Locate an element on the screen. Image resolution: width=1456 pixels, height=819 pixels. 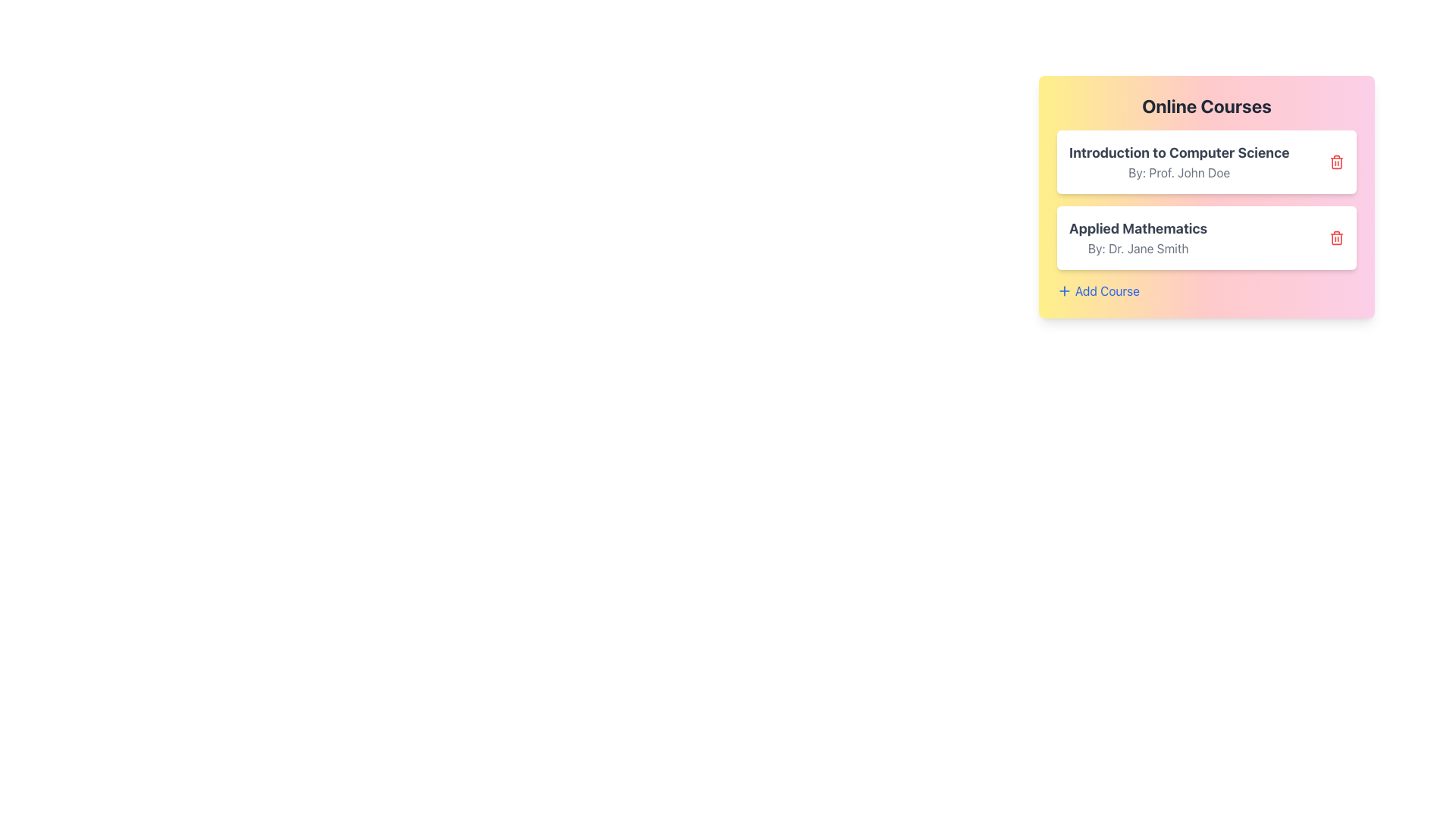
the static text 'By: Dr. Jane Smith' which is located below the title 'Applied Mathematics' in the course listing box is located at coordinates (1138, 247).